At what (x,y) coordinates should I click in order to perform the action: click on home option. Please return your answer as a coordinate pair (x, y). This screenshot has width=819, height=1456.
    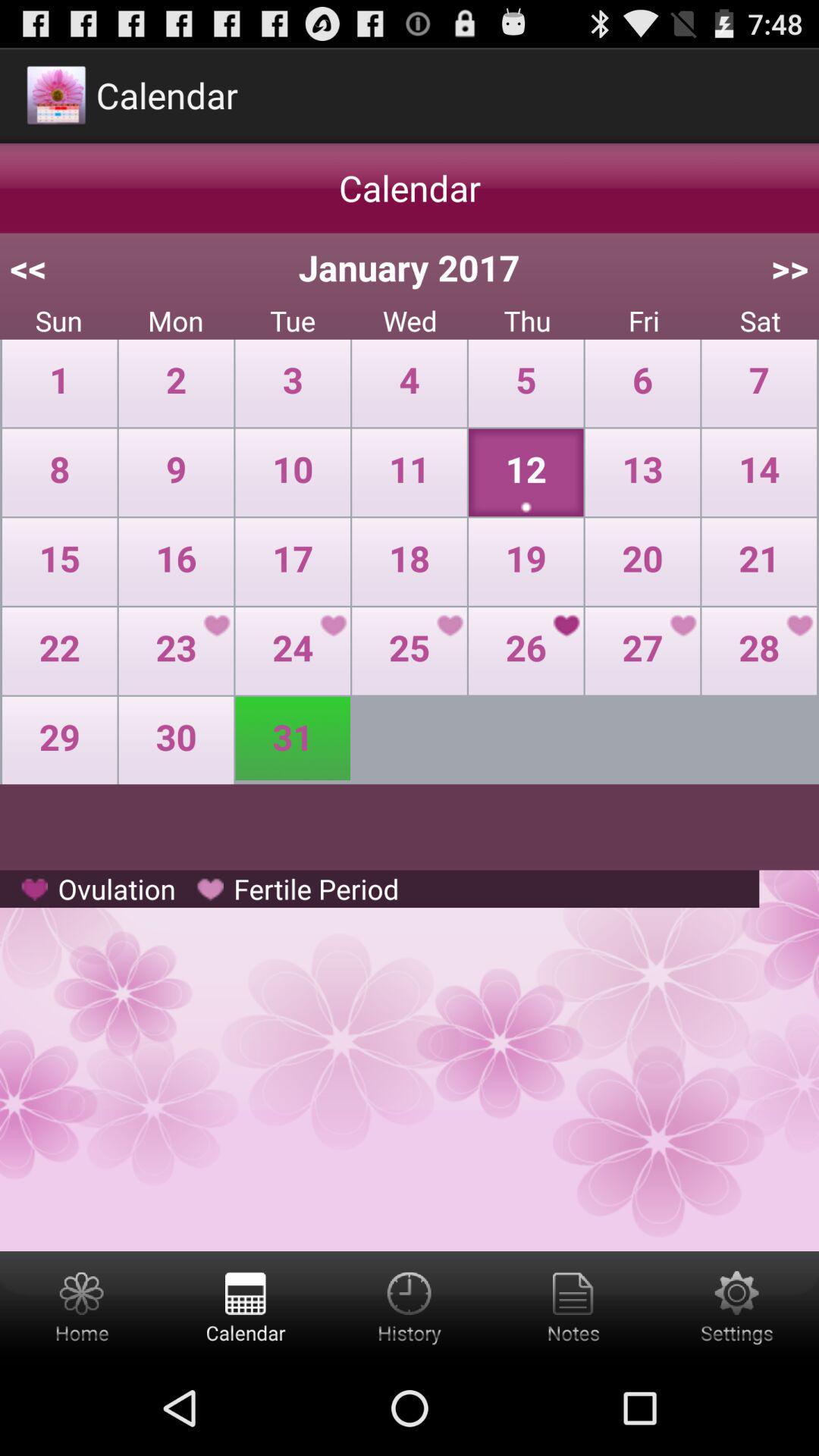
    Looking at the image, I should click on (82, 1305).